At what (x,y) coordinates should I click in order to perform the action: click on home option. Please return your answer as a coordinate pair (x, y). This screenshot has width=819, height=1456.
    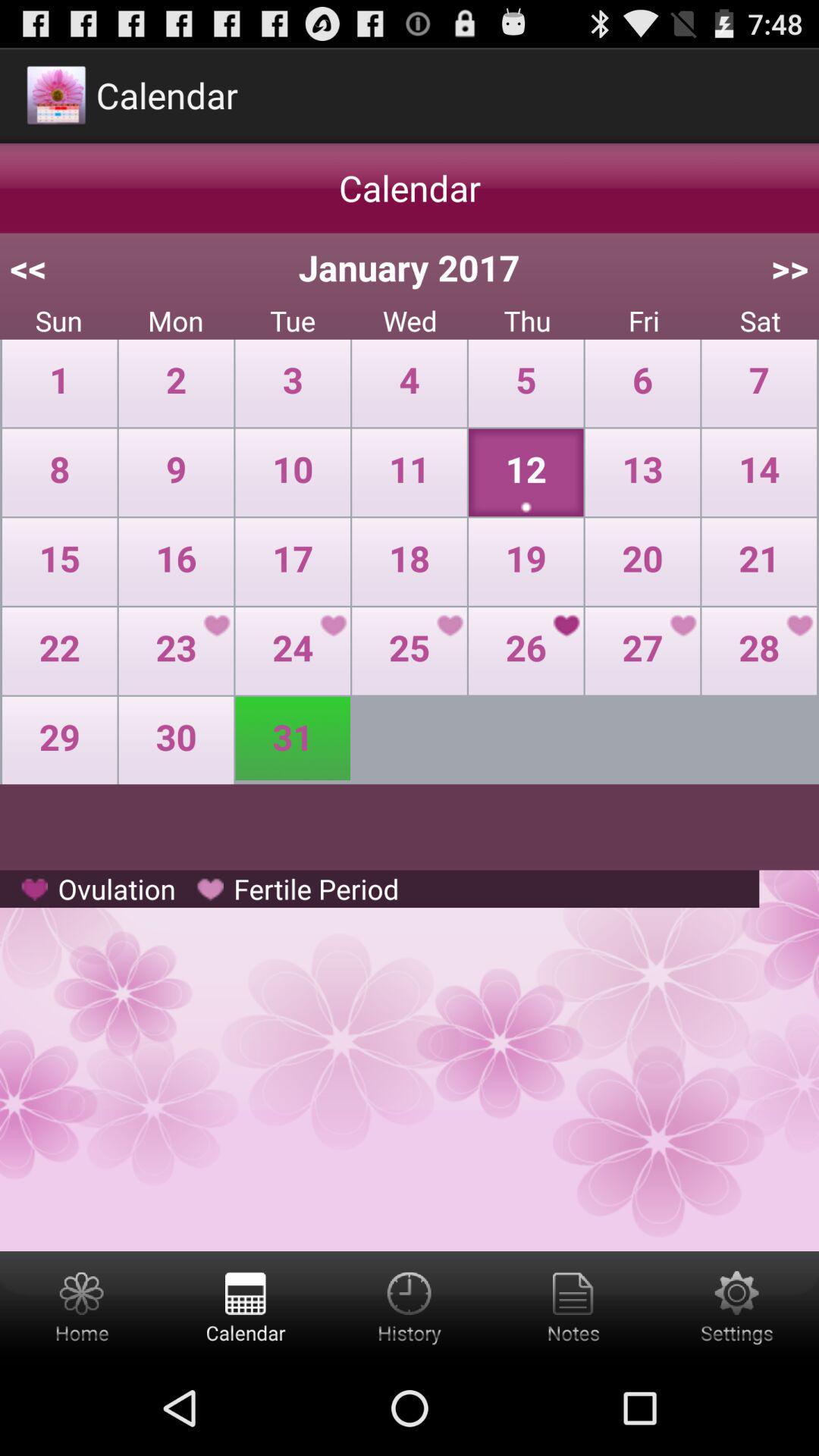
    Looking at the image, I should click on (82, 1305).